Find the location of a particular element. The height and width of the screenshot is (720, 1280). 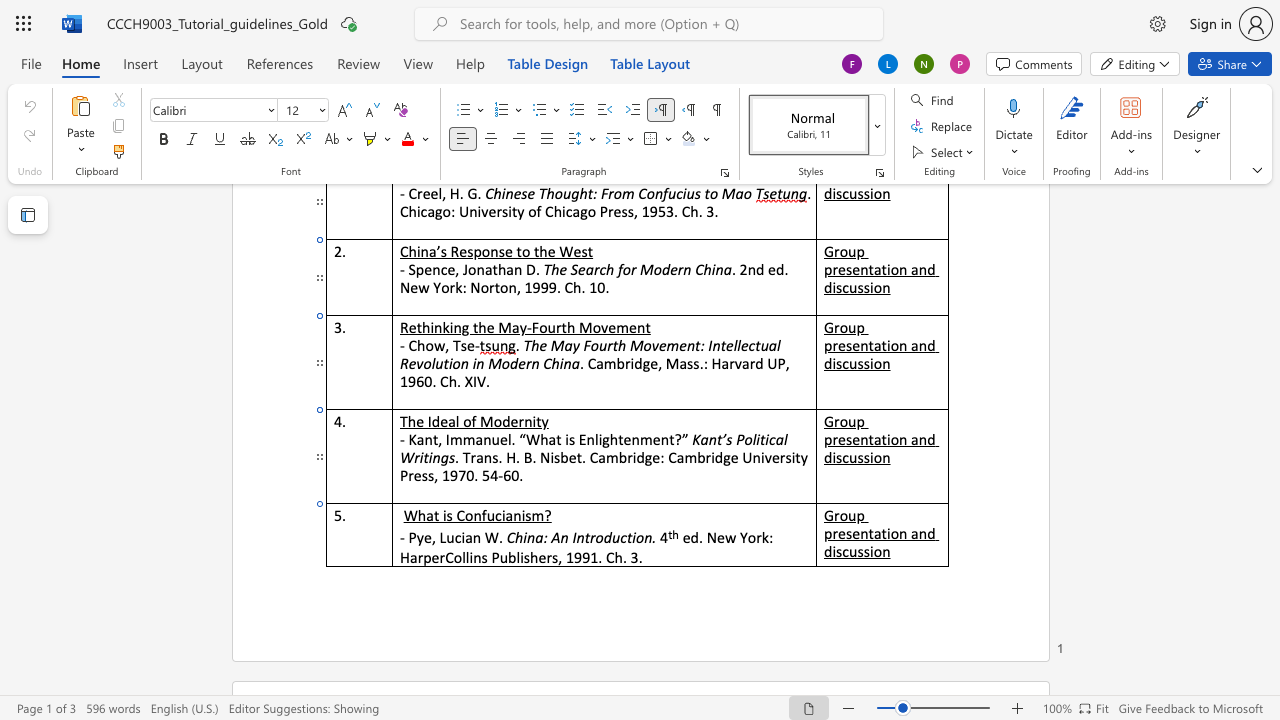

the space between the continuous character "P" and "y" in the text is located at coordinates (415, 537).